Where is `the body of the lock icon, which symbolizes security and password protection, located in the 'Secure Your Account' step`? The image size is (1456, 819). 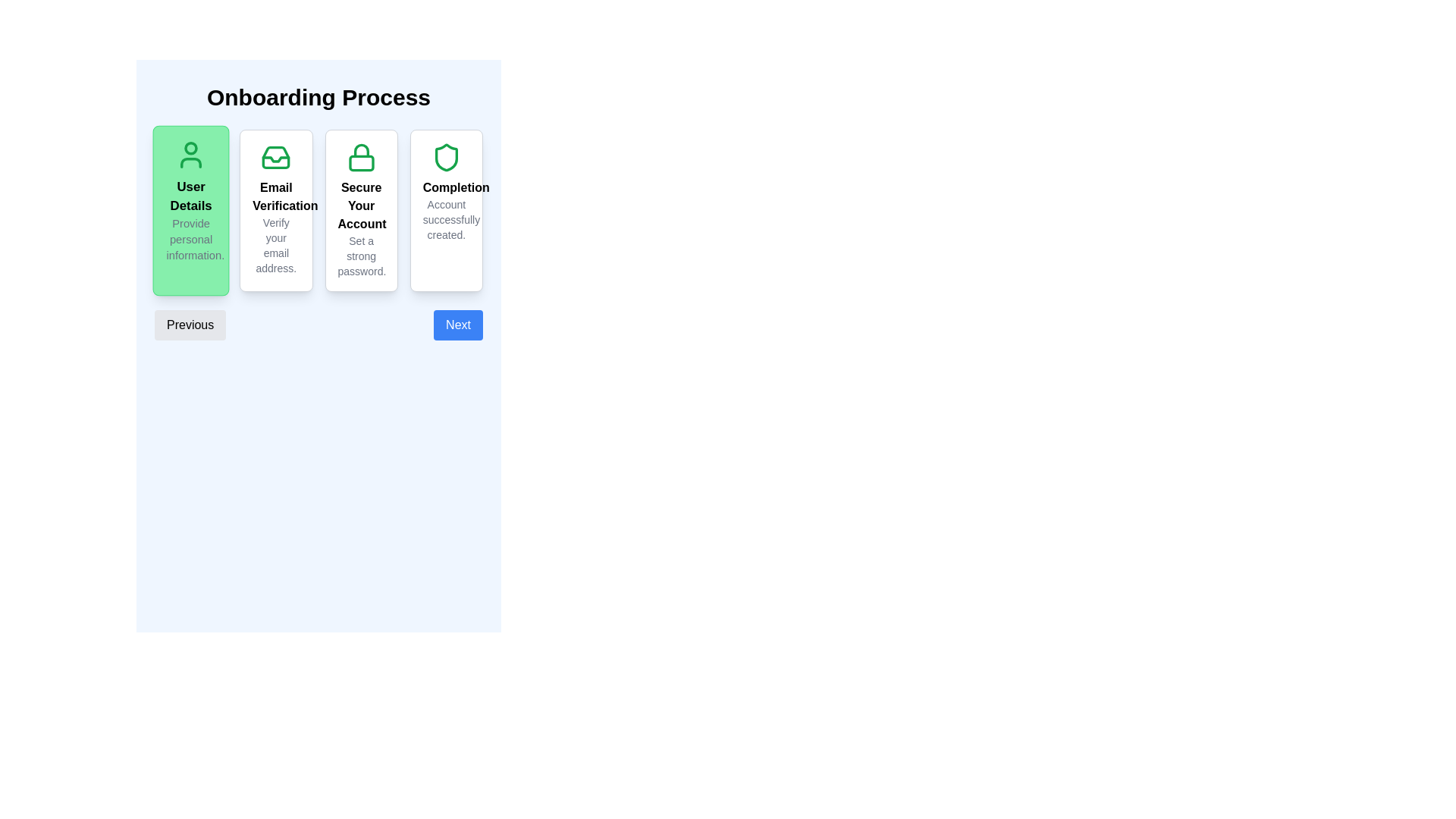 the body of the lock icon, which symbolizes security and password protection, located in the 'Secure Your Account' step is located at coordinates (360, 163).